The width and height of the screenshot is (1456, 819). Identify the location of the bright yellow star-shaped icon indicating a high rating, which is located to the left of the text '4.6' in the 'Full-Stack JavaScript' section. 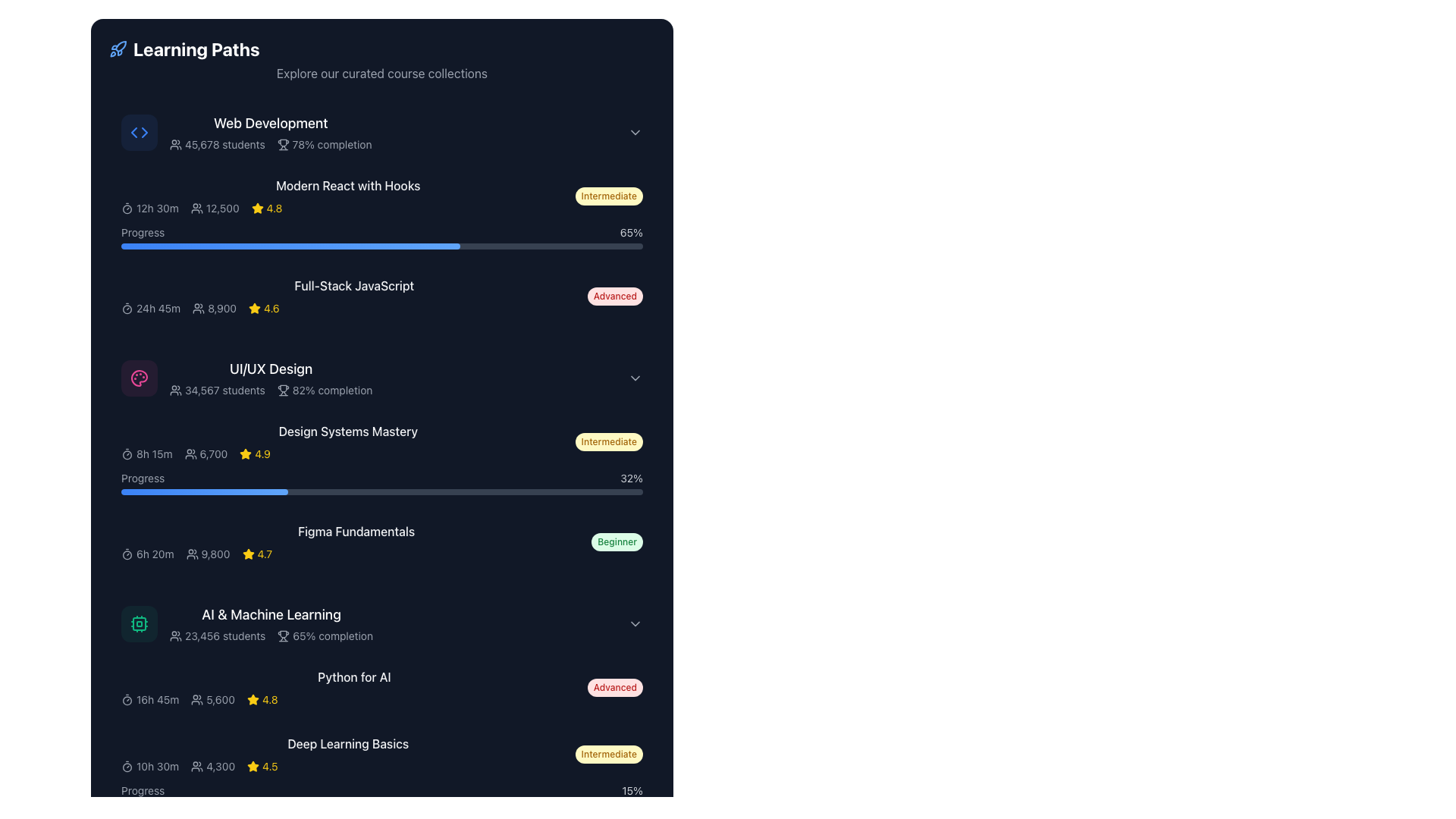
(255, 308).